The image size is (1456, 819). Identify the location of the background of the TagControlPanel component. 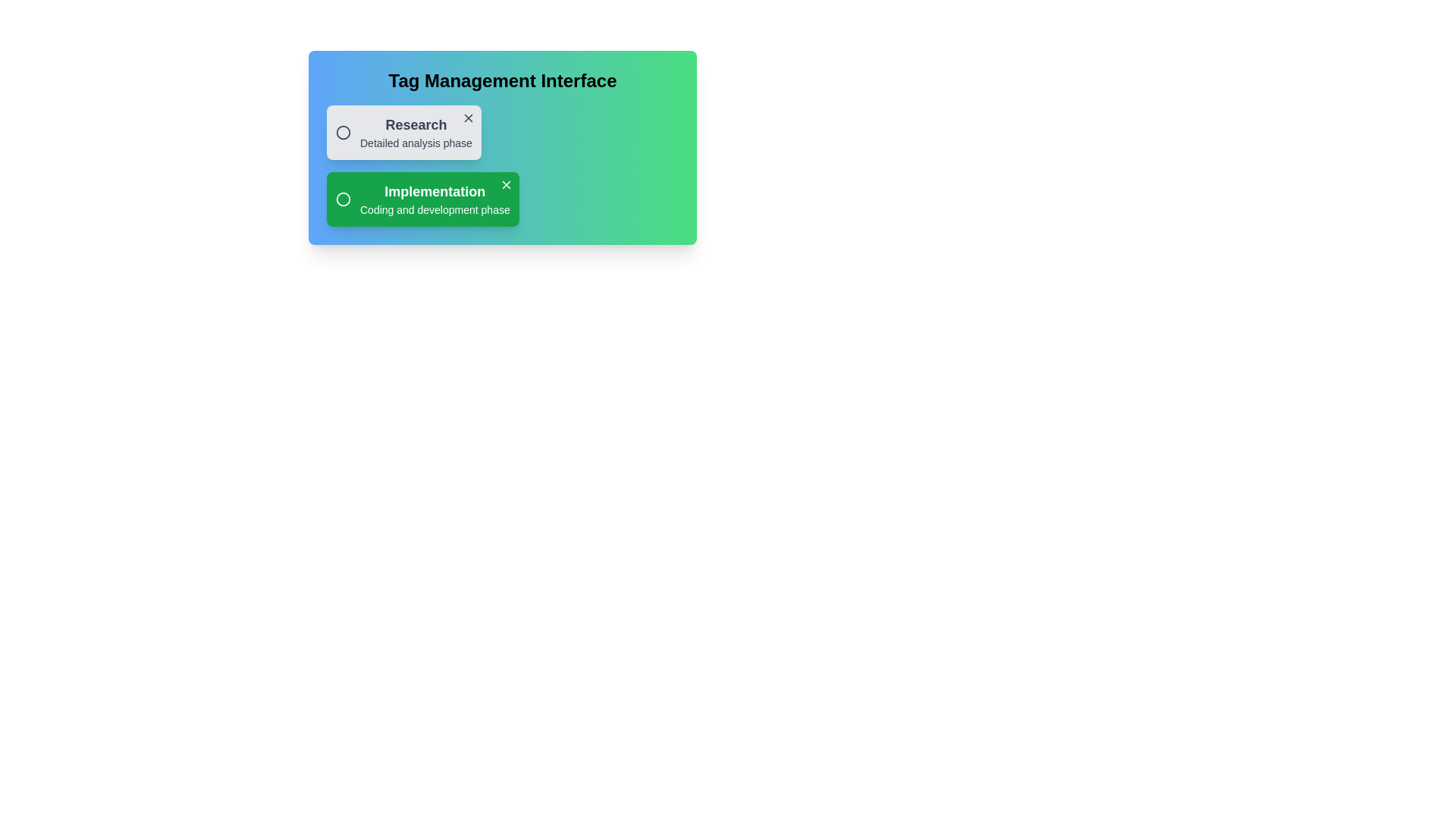
(582, 192).